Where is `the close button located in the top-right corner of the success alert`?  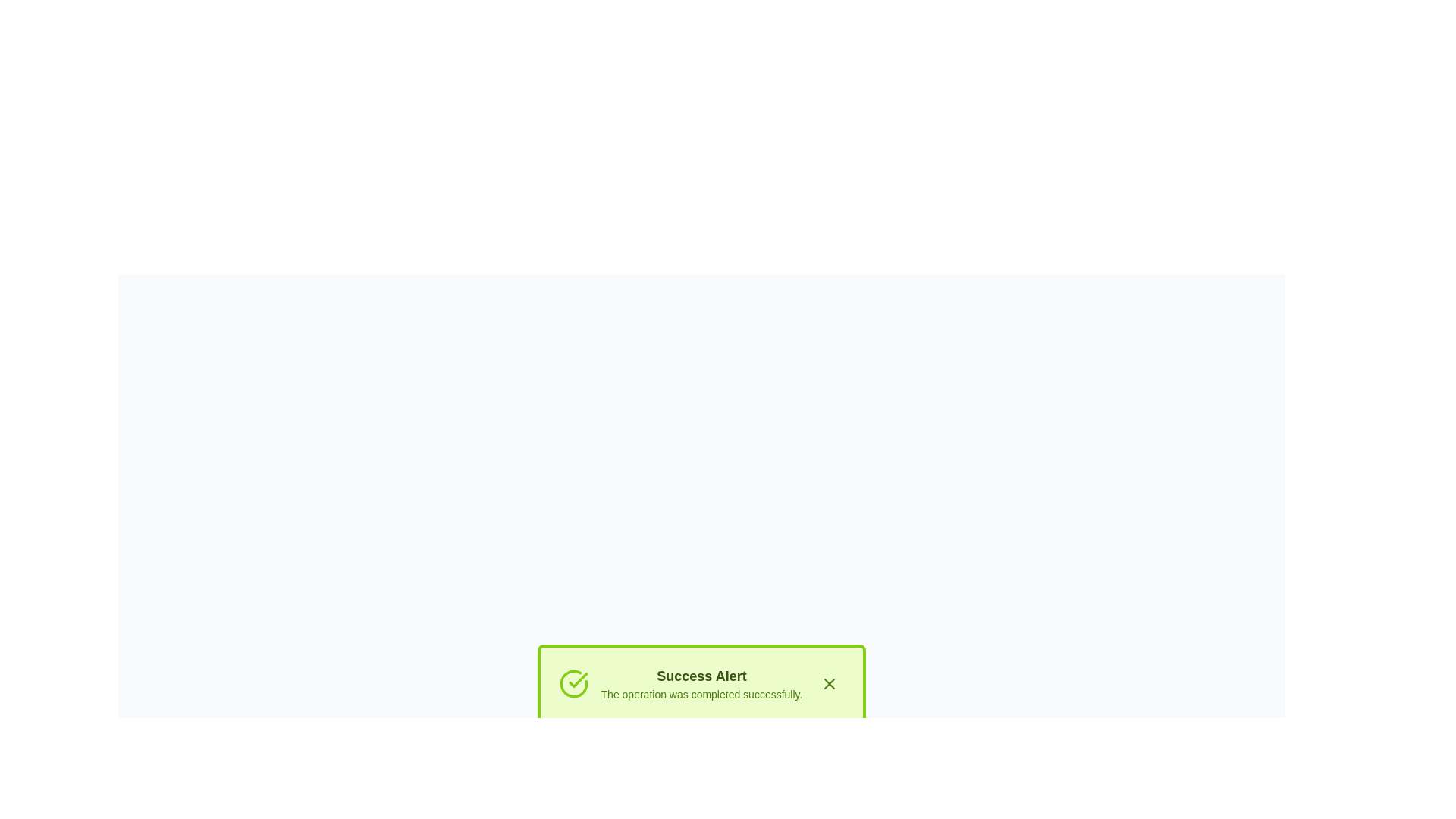
the close button located in the top-right corner of the success alert is located at coordinates (829, 684).